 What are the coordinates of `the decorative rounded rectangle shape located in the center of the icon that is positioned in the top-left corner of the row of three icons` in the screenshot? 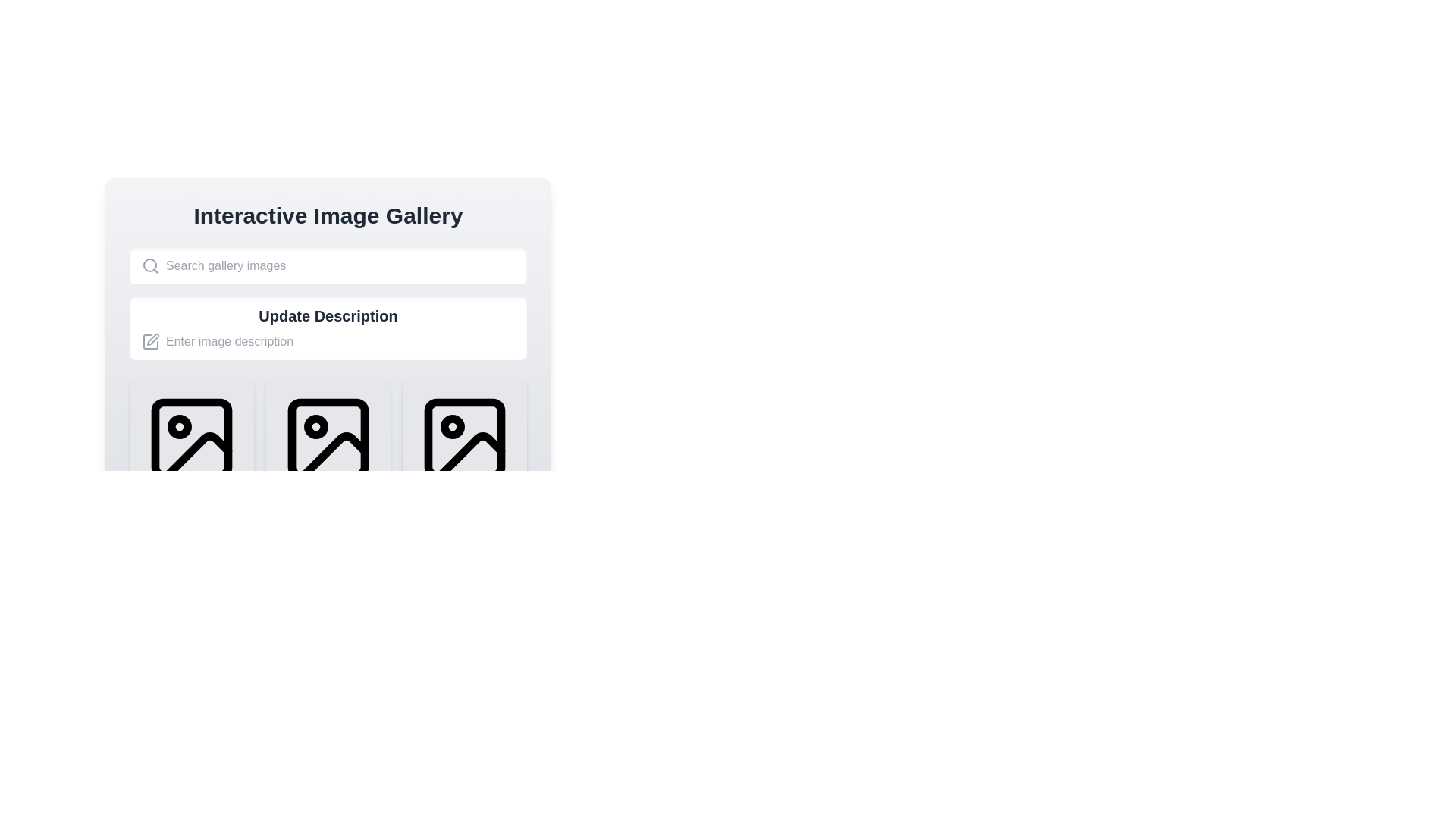 It's located at (327, 438).